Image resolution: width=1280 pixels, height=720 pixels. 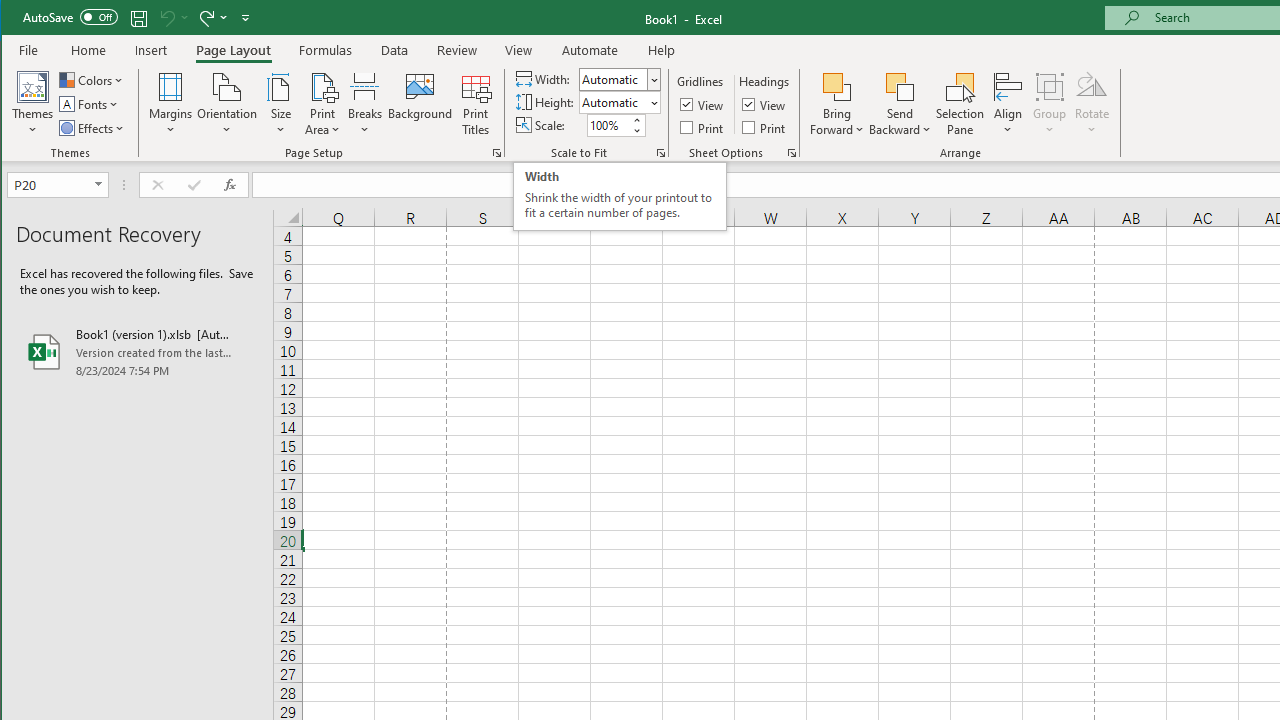 I want to click on 'Colors', so click(x=92, y=79).